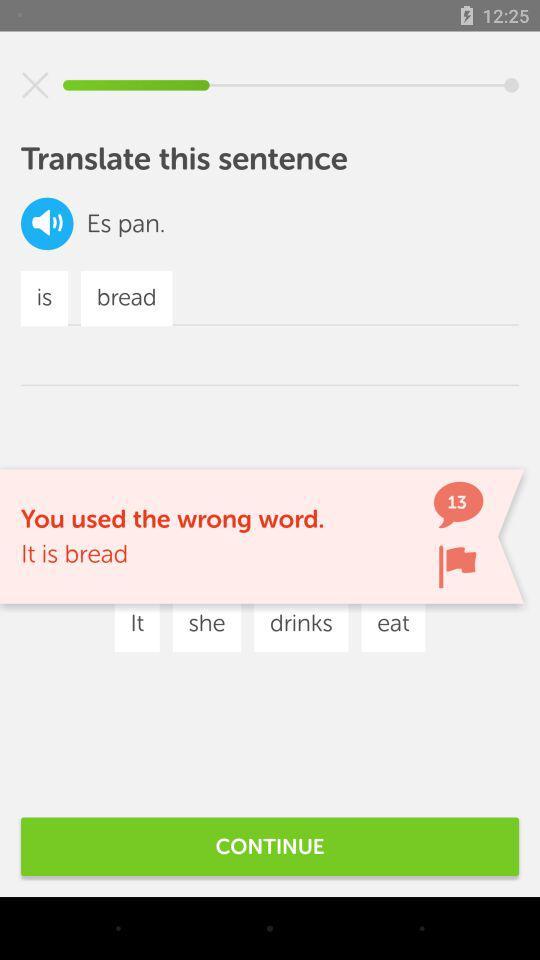 The image size is (540, 960). Describe the element at coordinates (205, 623) in the screenshot. I see `the item next to it item` at that location.